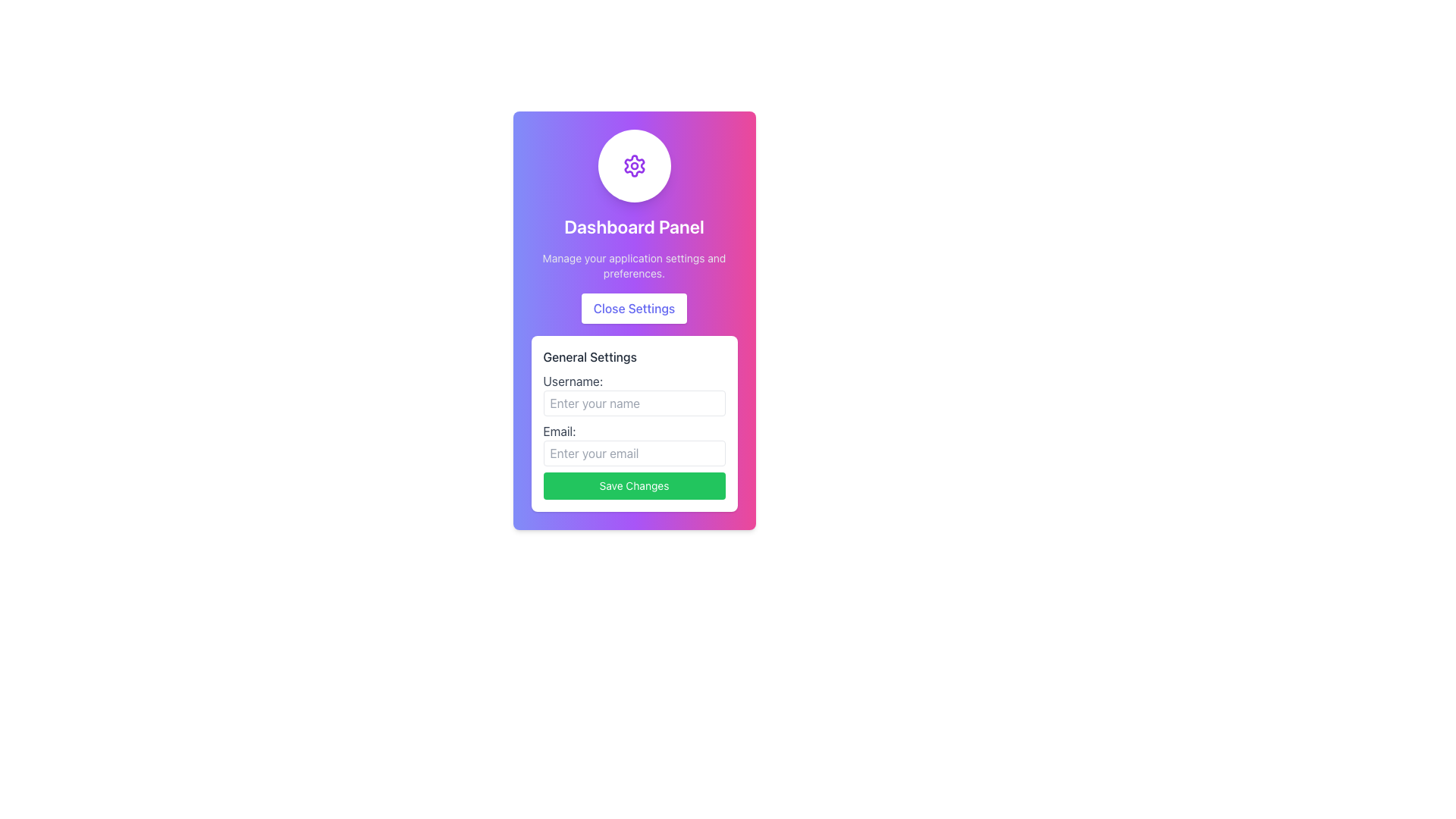 This screenshot has width=1456, height=819. I want to click on the email input field located below the username input and above the 'Save Changes' button, so click(634, 452).